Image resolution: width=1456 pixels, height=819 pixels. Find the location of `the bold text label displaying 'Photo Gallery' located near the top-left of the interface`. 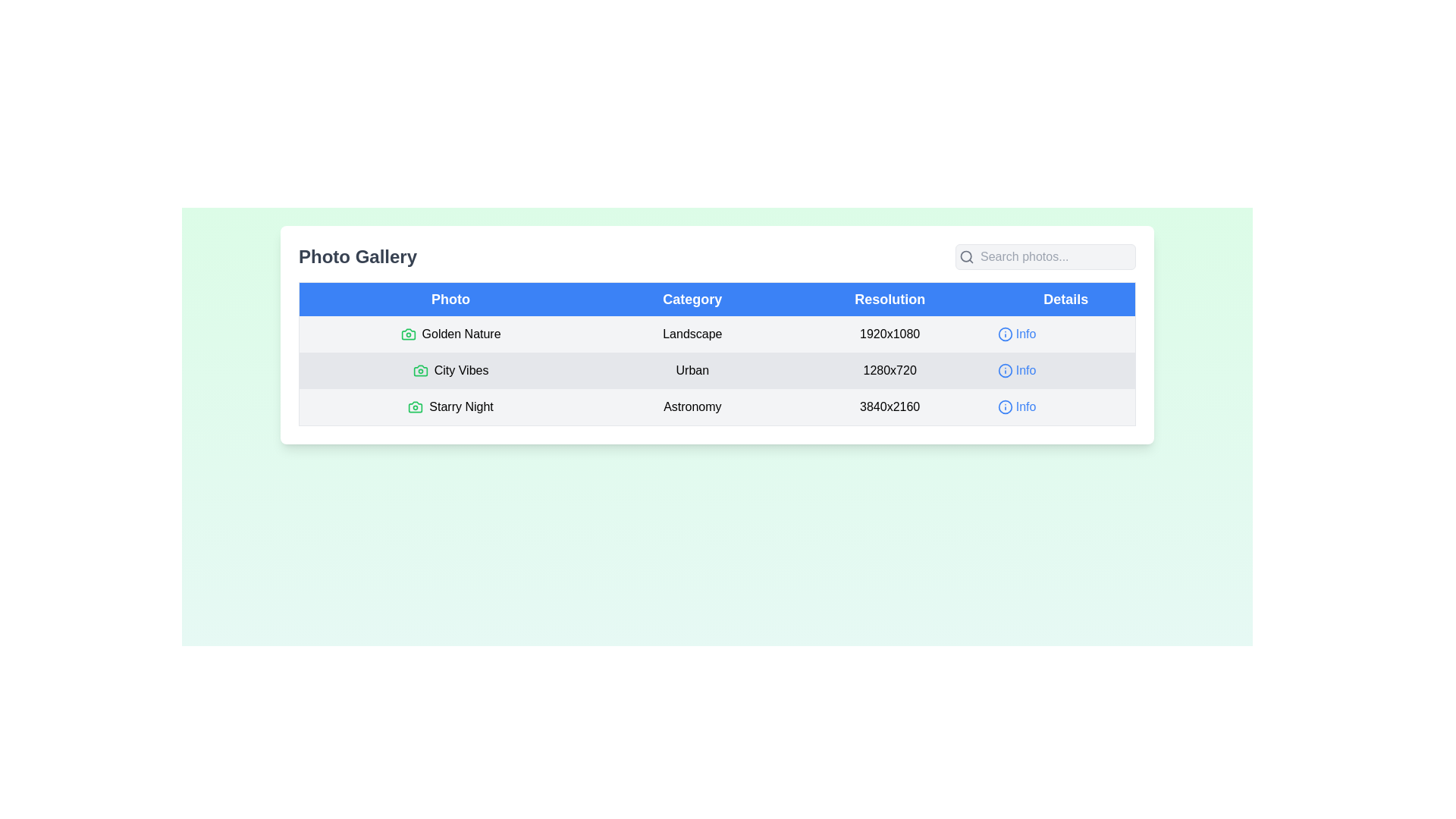

the bold text label displaying 'Photo Gallery' located near the top-left of the interface is located at coordinates (356, 256).